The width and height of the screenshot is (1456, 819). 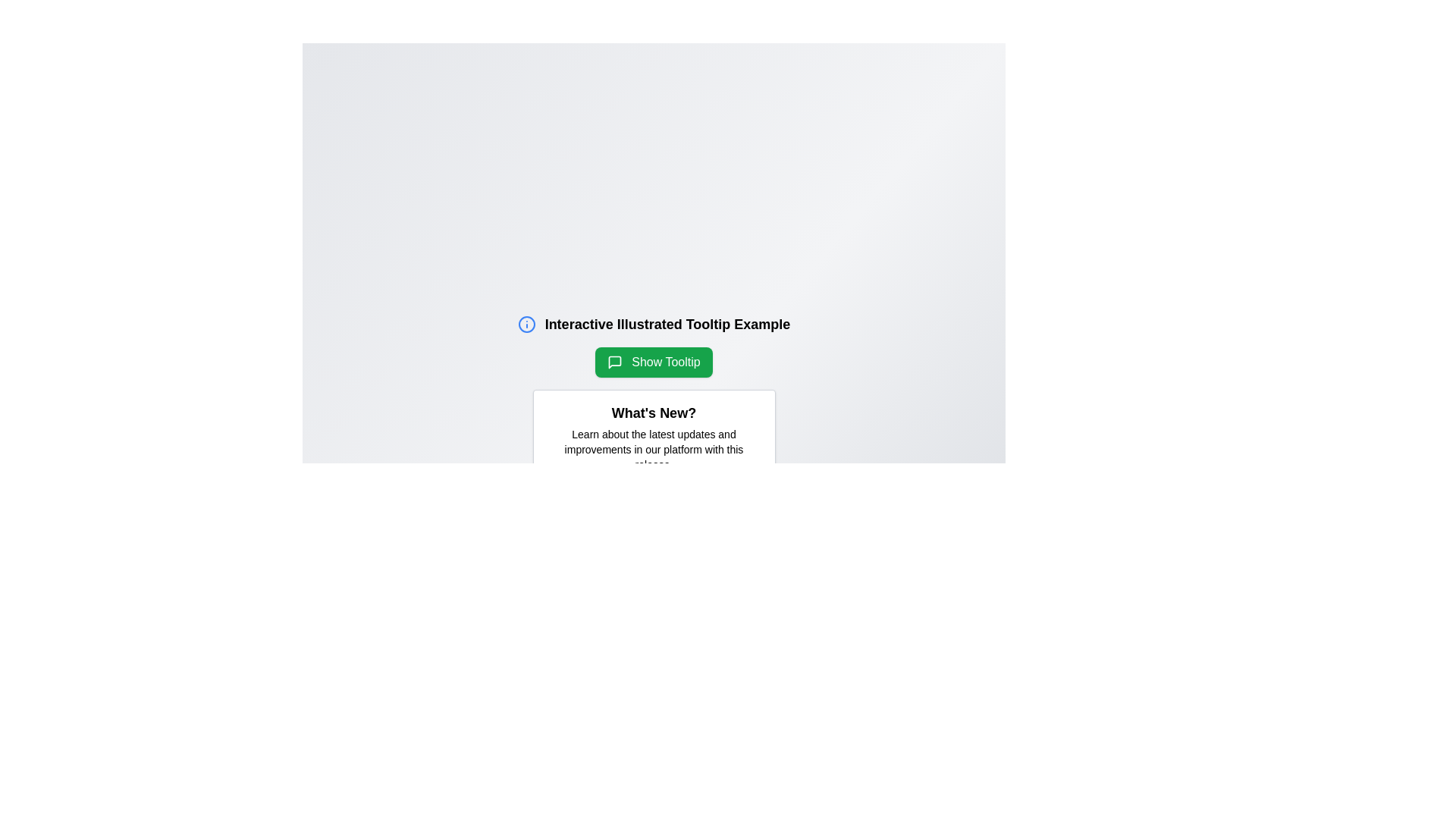 I want to click on the heading text element that introduces the interactive tooltip example, located above the 'Show Tooltip' button, so click(x=654, y=324).